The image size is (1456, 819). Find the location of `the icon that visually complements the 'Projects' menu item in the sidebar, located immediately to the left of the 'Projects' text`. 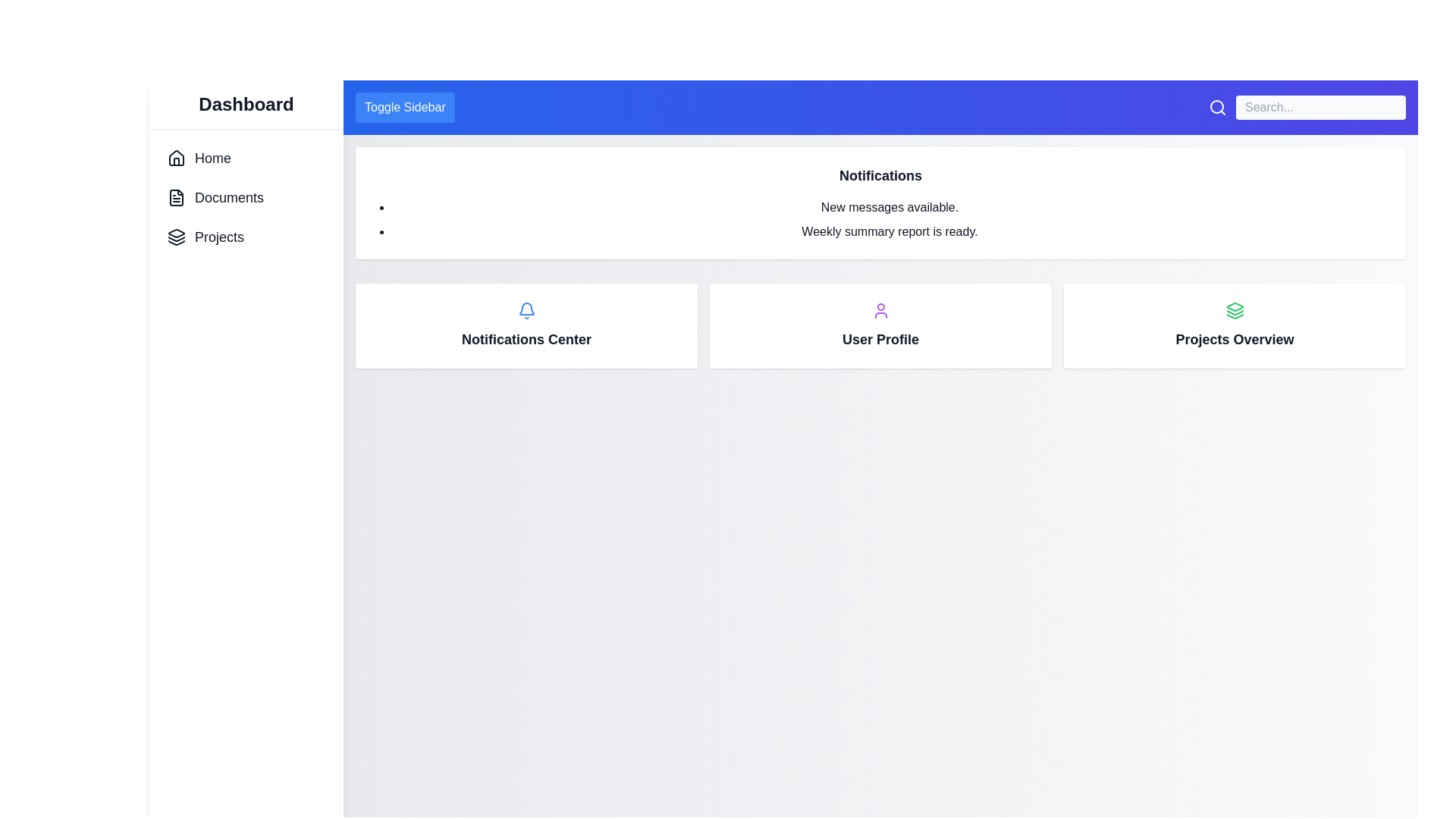

the icon that visually complements the 'Projects' menu item in the sidebar, located immediately to the left of the 'Projects' text is located at coordinates (177, 237).